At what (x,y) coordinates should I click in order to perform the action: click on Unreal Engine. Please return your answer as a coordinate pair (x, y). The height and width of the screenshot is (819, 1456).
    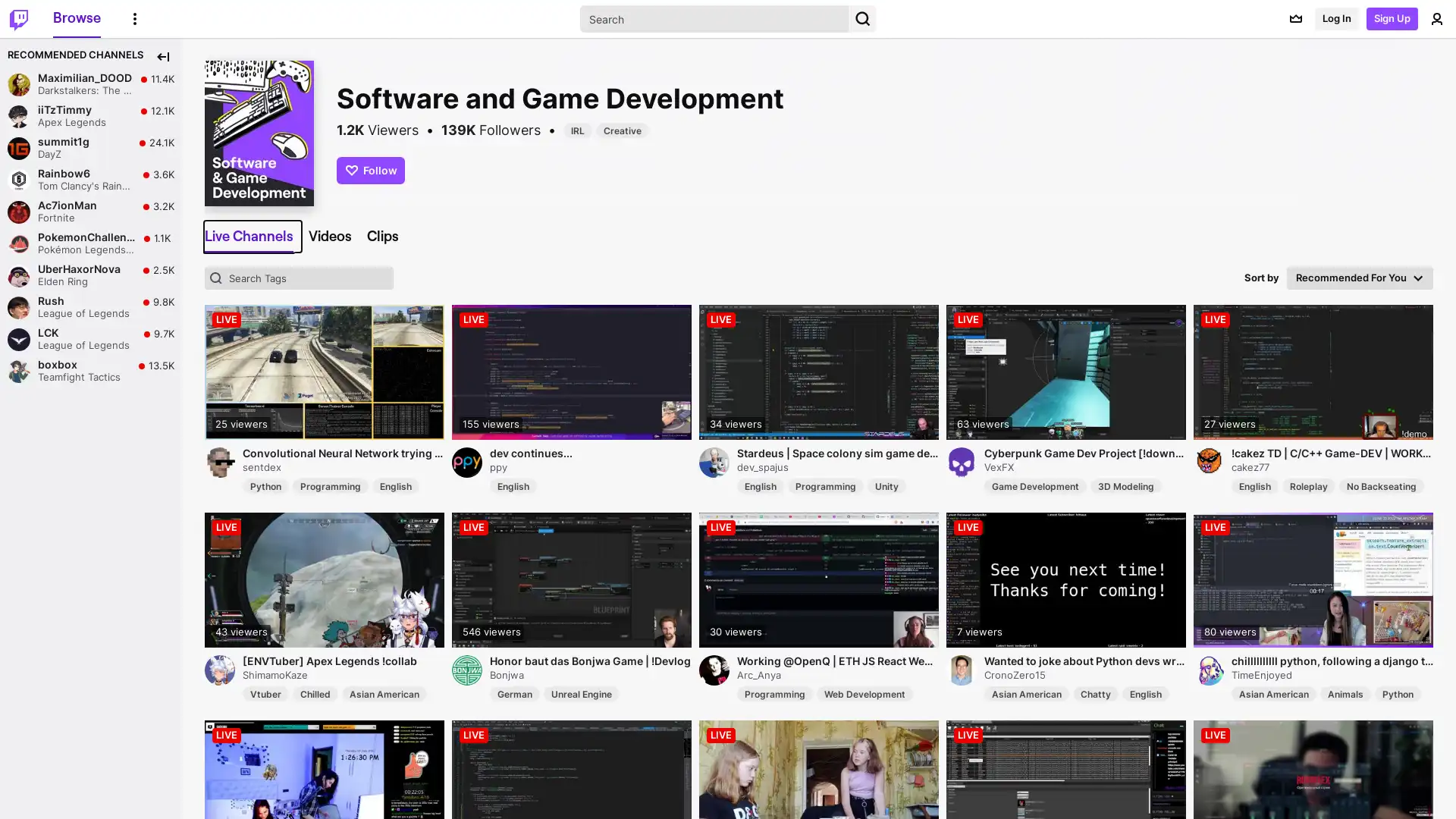
    Looking at the image, I should click on (581, 693).